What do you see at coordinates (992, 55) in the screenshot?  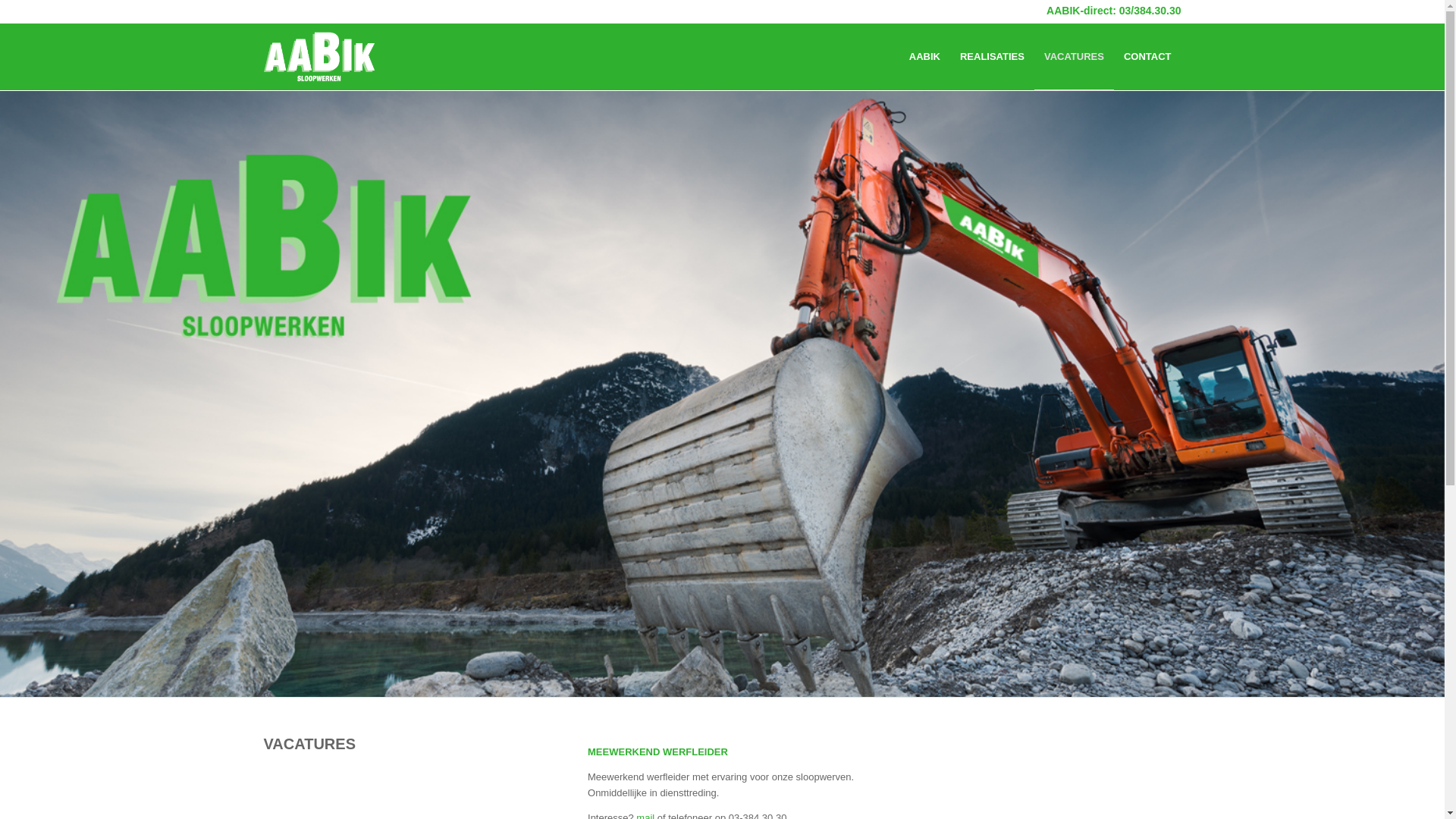 I see `'REALISATIES'` at bounding box center [992, 55].